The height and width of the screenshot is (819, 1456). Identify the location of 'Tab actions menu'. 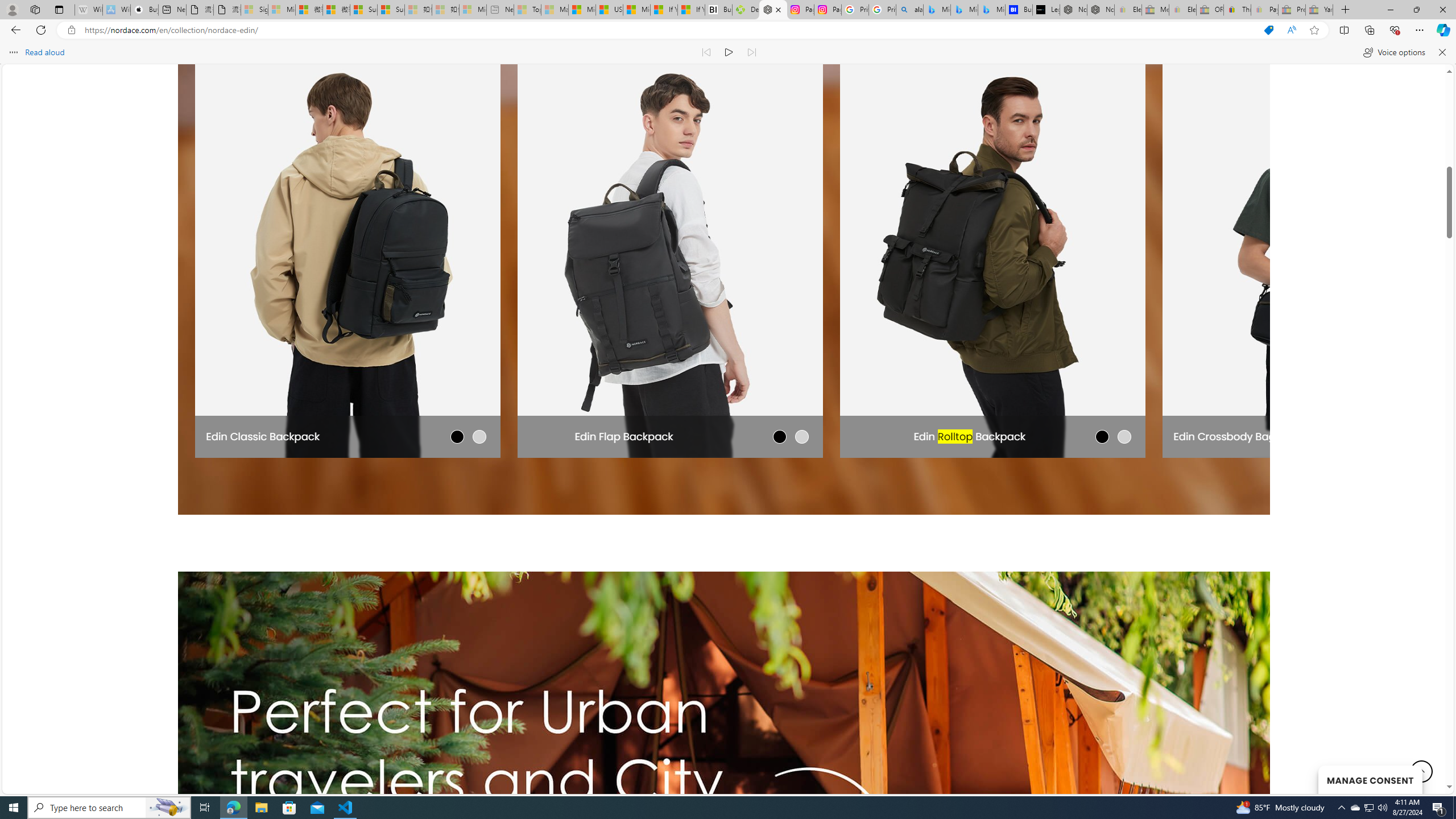
(58, 9).